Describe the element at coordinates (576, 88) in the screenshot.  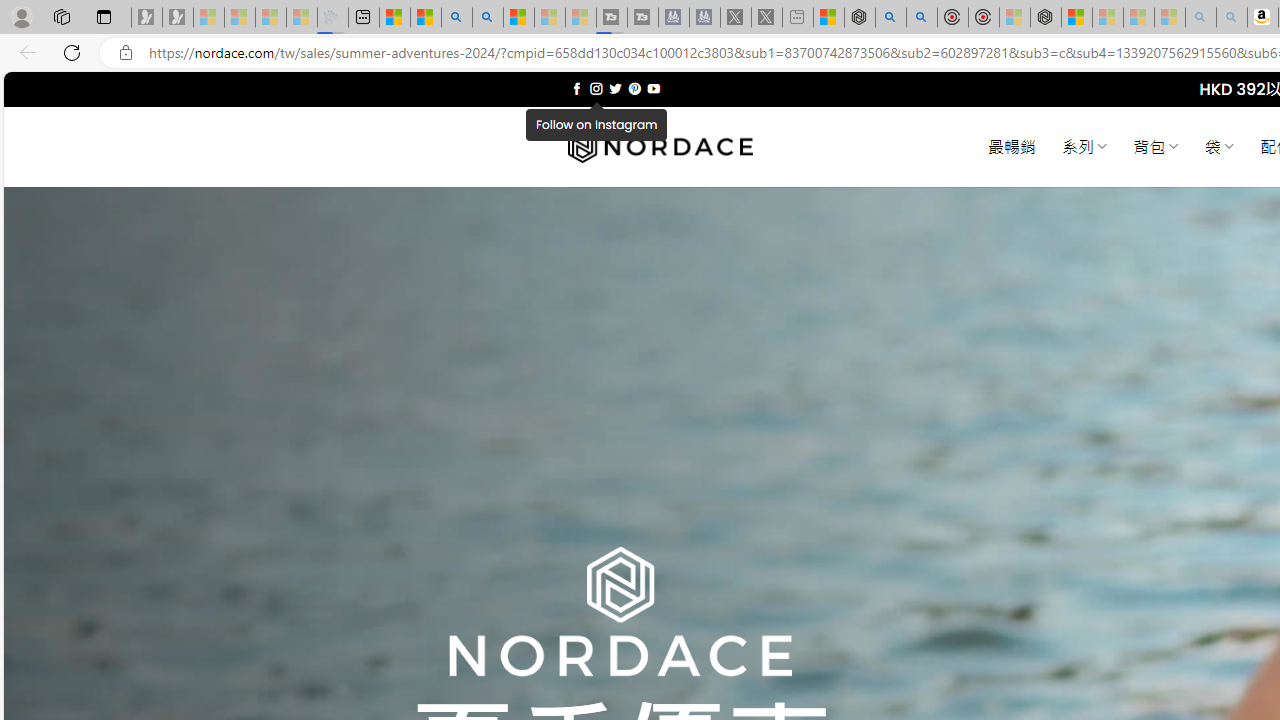
I see `'Follow on Facebook'` at that location.